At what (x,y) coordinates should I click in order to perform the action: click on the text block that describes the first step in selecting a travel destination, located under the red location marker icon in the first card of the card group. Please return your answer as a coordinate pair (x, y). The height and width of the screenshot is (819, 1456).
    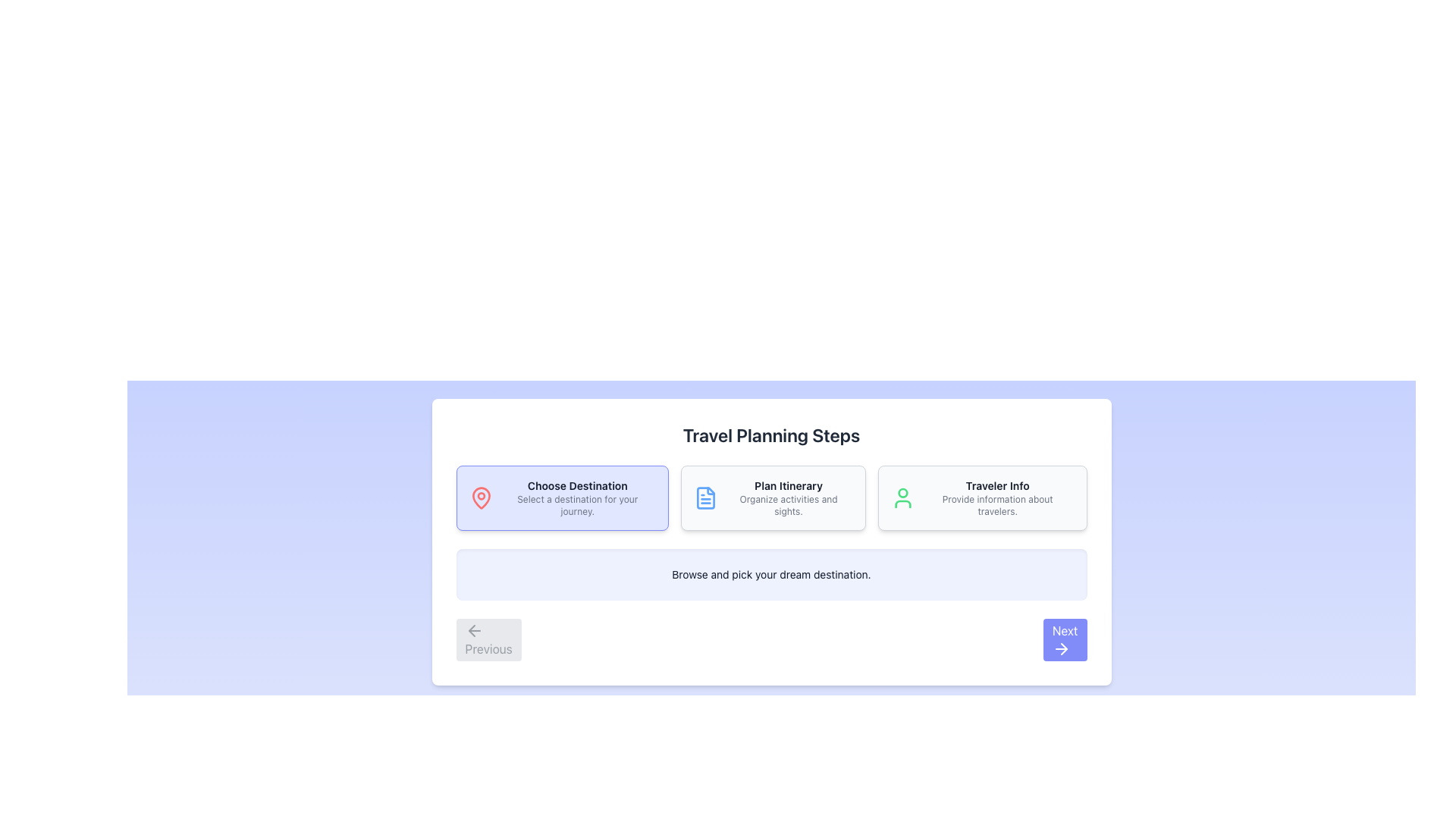
    Looking at the image, I should click on (576, 497).